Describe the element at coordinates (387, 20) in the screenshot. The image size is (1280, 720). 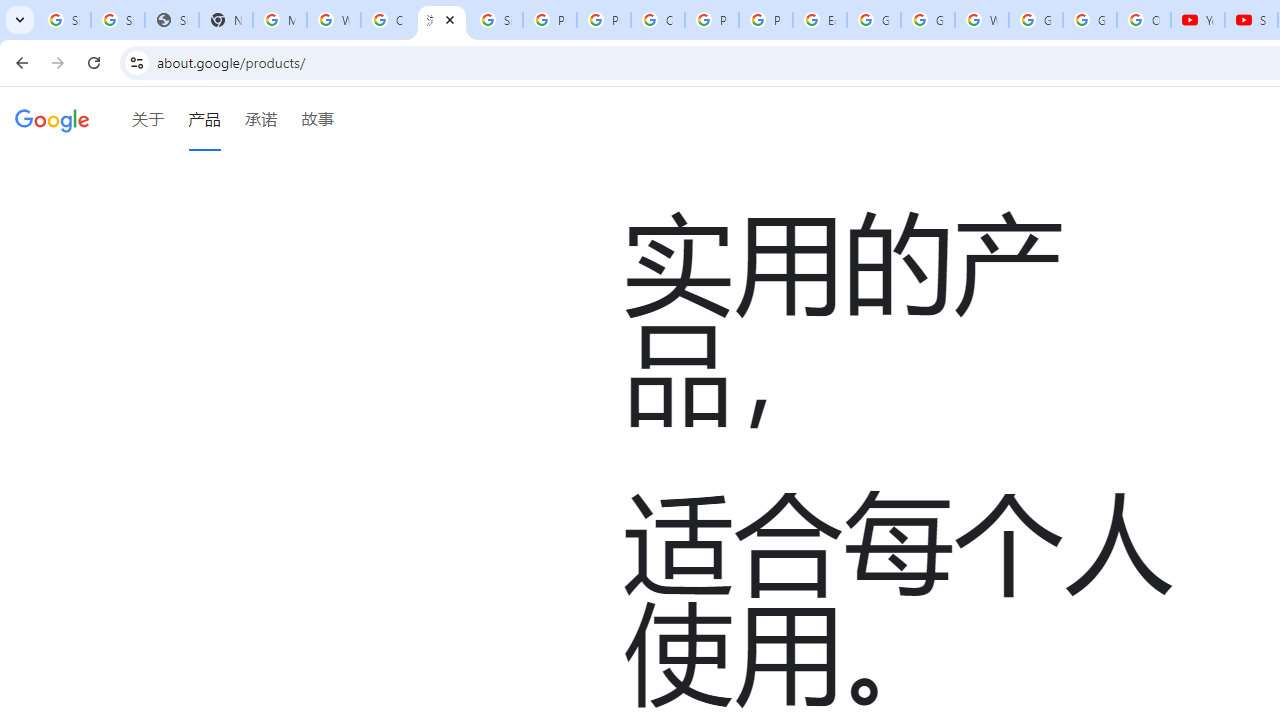
I see `'Create your Google Account'` at that location.